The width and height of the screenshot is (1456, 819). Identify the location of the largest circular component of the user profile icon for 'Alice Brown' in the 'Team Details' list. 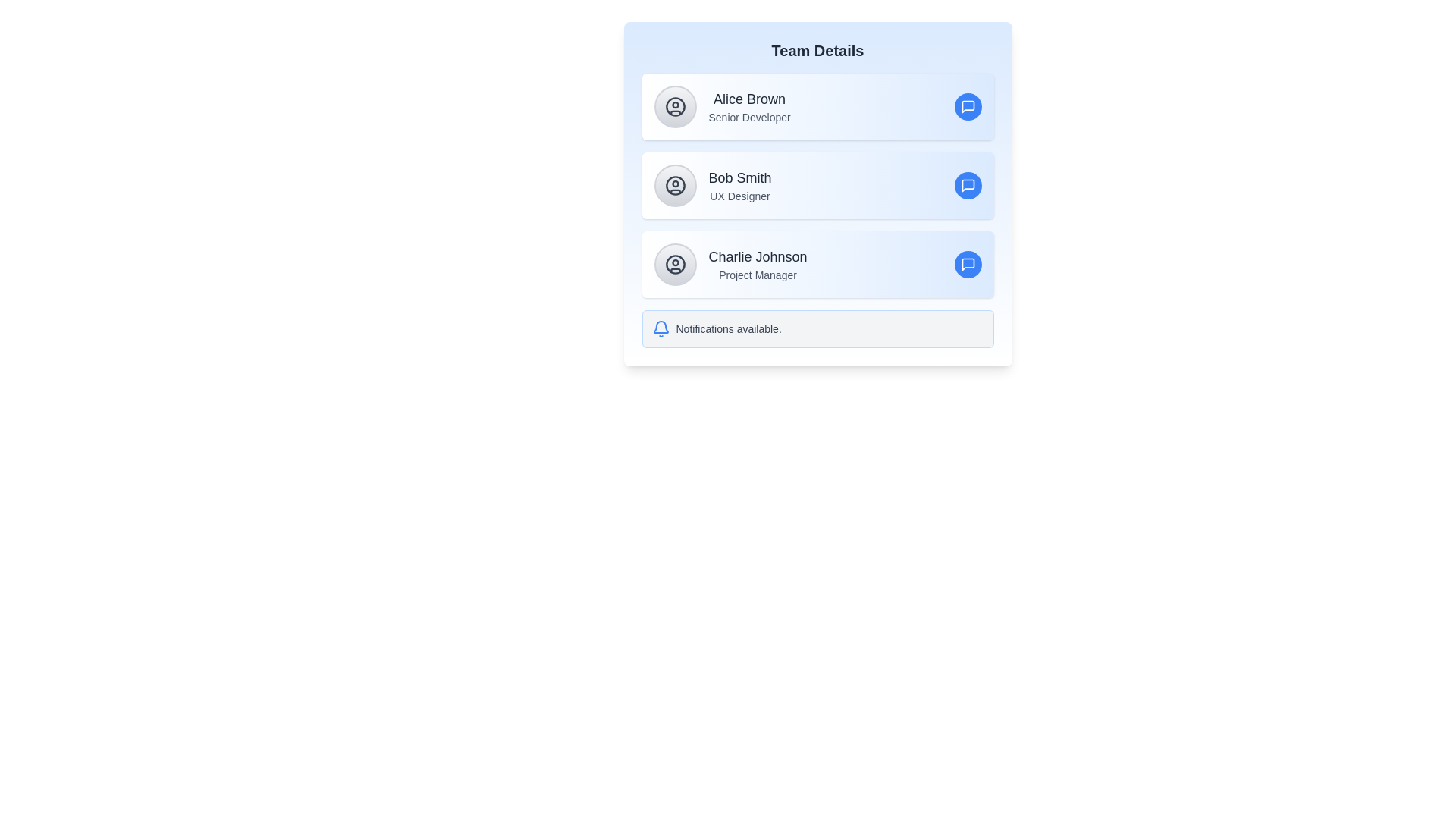
(674, 106).